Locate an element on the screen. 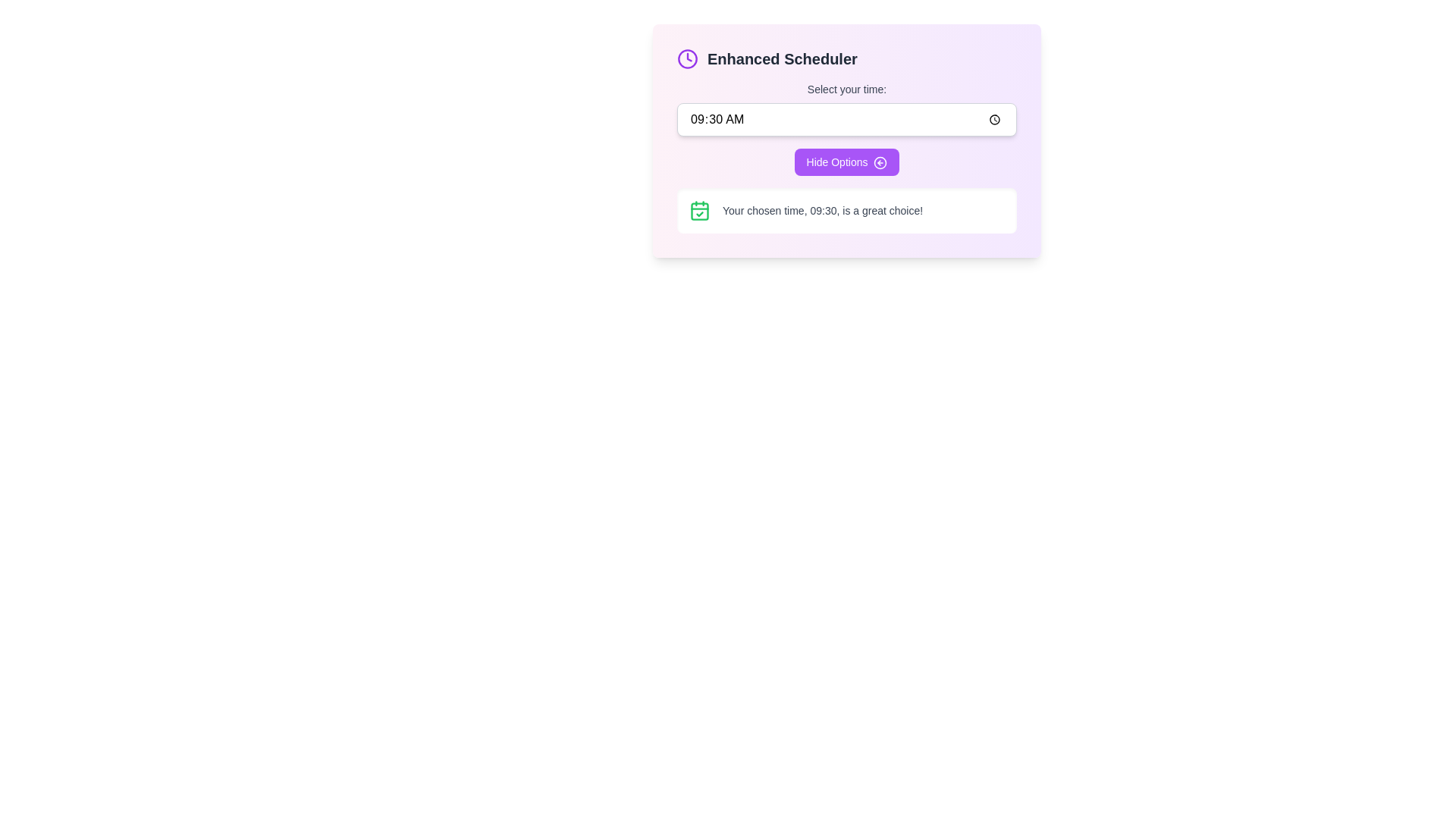 This screenshot has height=819, width=1456. the interactive time input field of the Time selection component located below the 'Enhanced Scheduler' header and above the 'Hide Options' button is located at coordinates (846, 108).